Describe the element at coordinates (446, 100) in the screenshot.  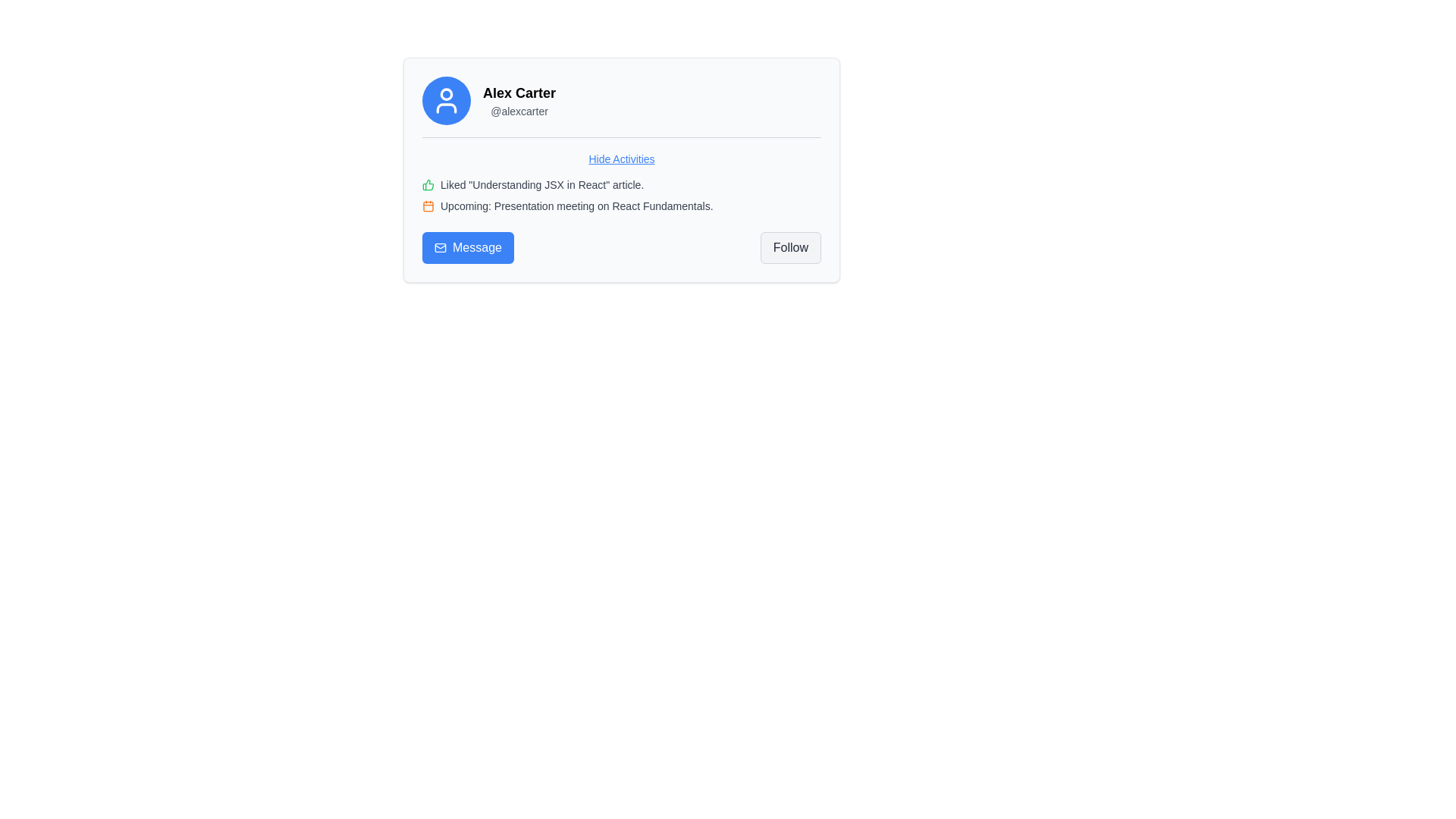
I see `the user profile icon, which is represented by a rounded blue background circle at the top-left section of the user profile card` at that location.